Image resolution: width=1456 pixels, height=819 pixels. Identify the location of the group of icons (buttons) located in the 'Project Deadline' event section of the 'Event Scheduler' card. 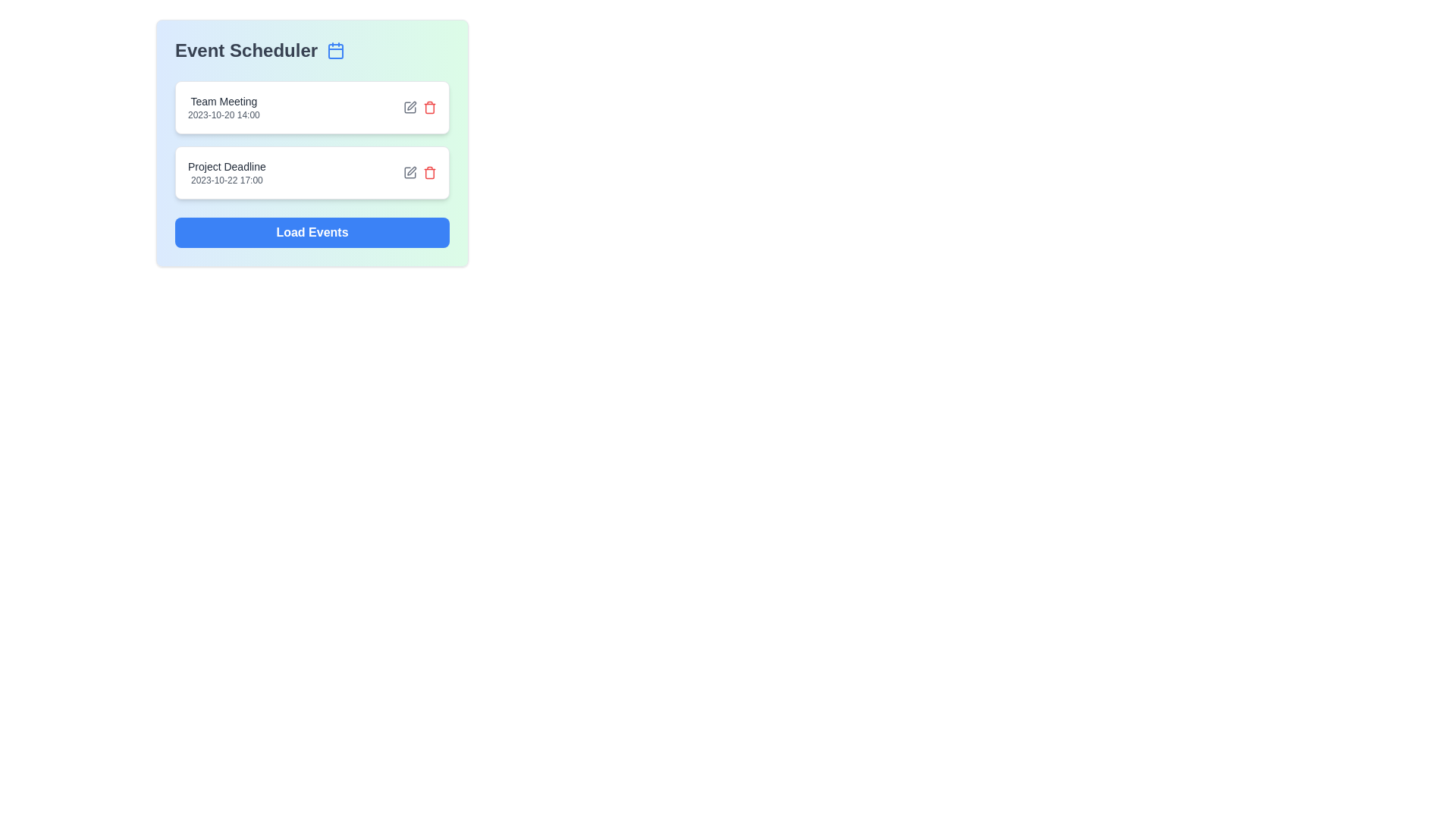
(419, 171).